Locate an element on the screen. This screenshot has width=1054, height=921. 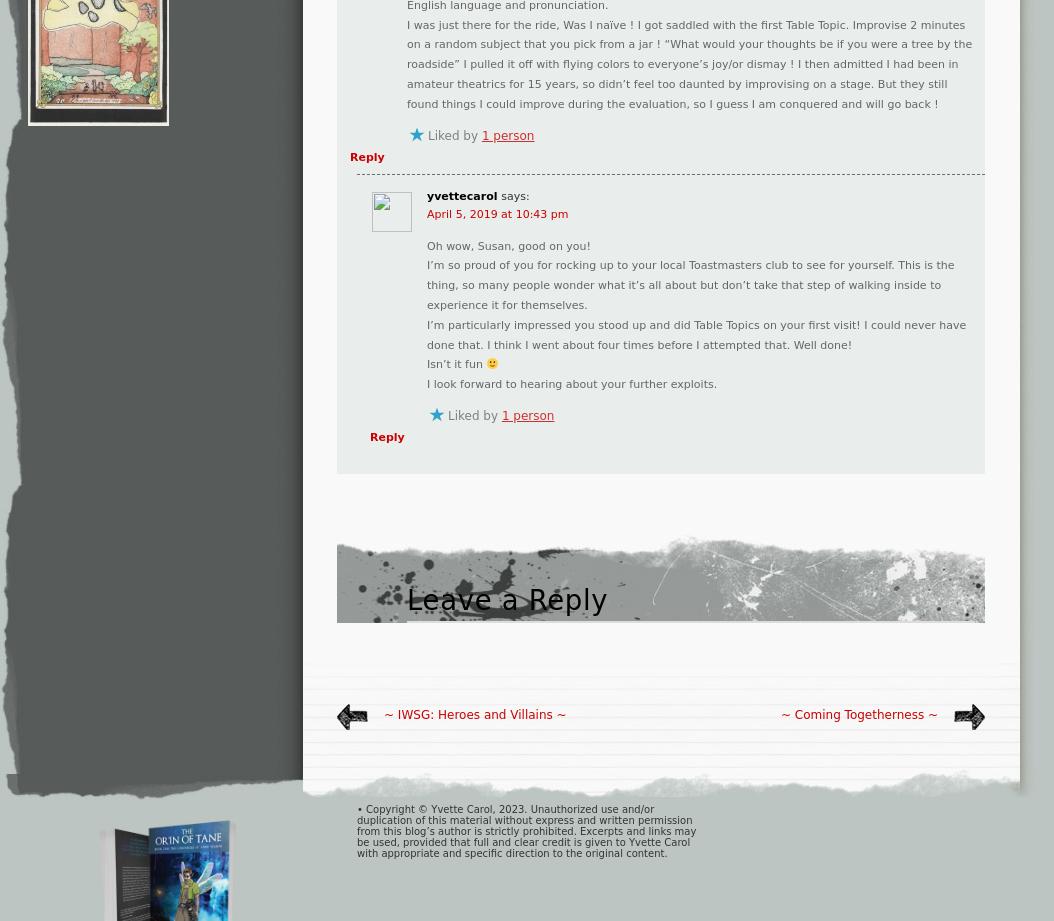
'•	Copyright

© Yvette Carol, 2023. Unauthorized use and/or duplication of this material without express and written permission from this blog’s author is strictly prohibited. Excerpts and links may be used, provided that full and clear credit is given to Yvette Carol with appropriate and specific direction to the original content.' is located at coordinates (525, 829).